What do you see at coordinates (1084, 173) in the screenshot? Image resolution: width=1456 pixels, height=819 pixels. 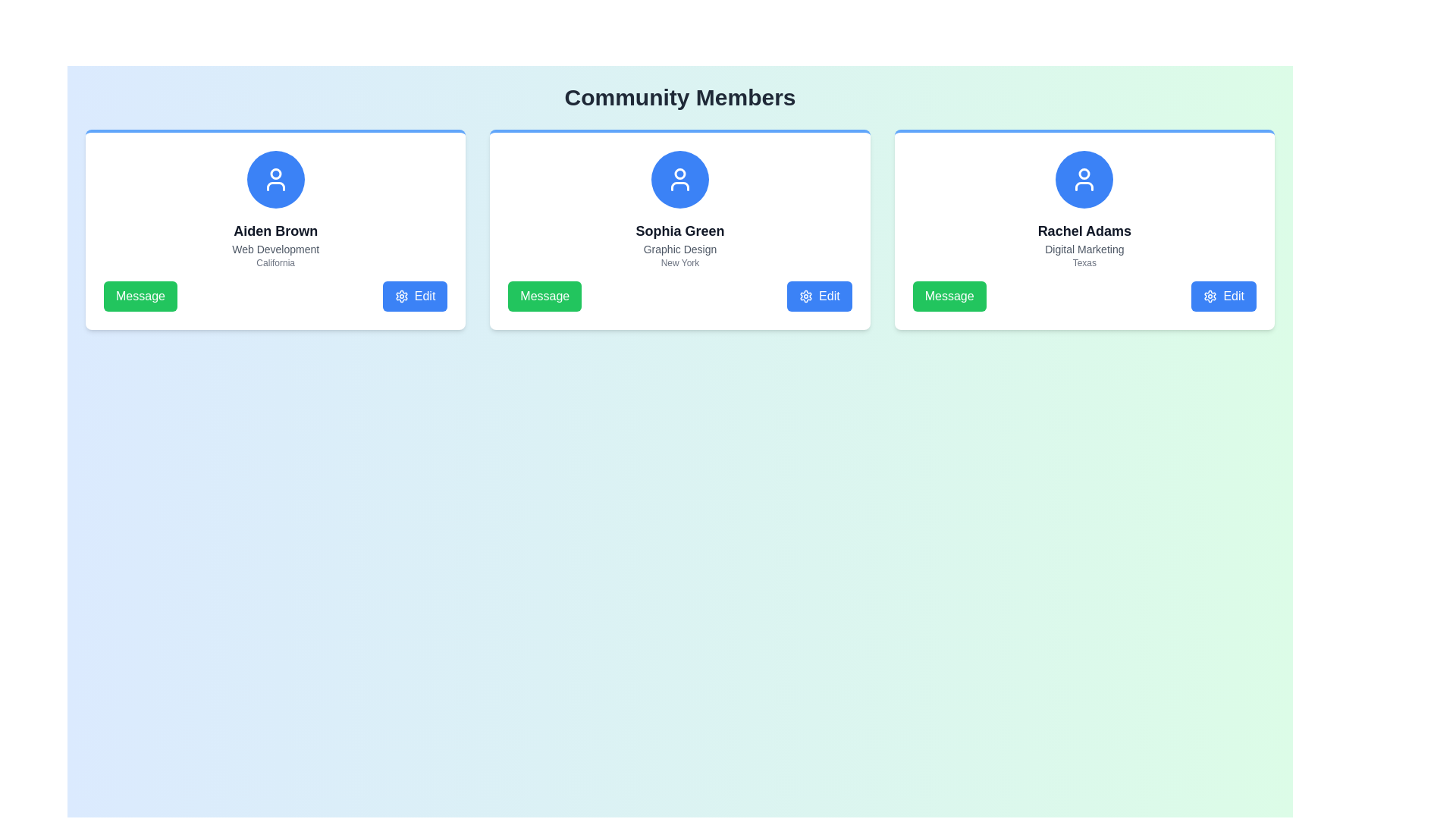 I see `the circular user profile icon located at the top center of the third card from the left in the 'Community Members' row` at bounding box center [1084, 173].